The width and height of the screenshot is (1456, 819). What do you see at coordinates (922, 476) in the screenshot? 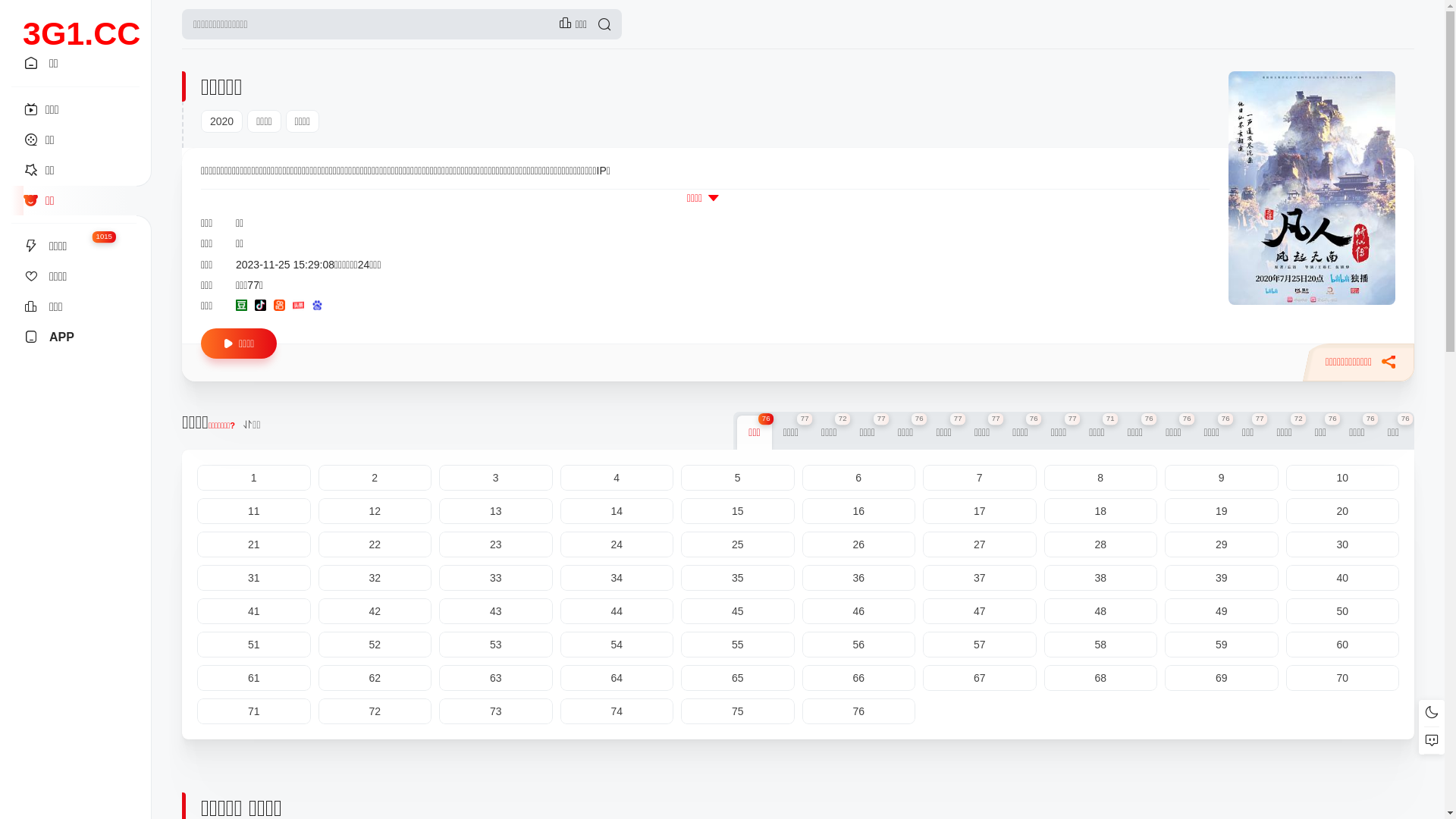
I see `'7'` at bounding box center [922, 476].